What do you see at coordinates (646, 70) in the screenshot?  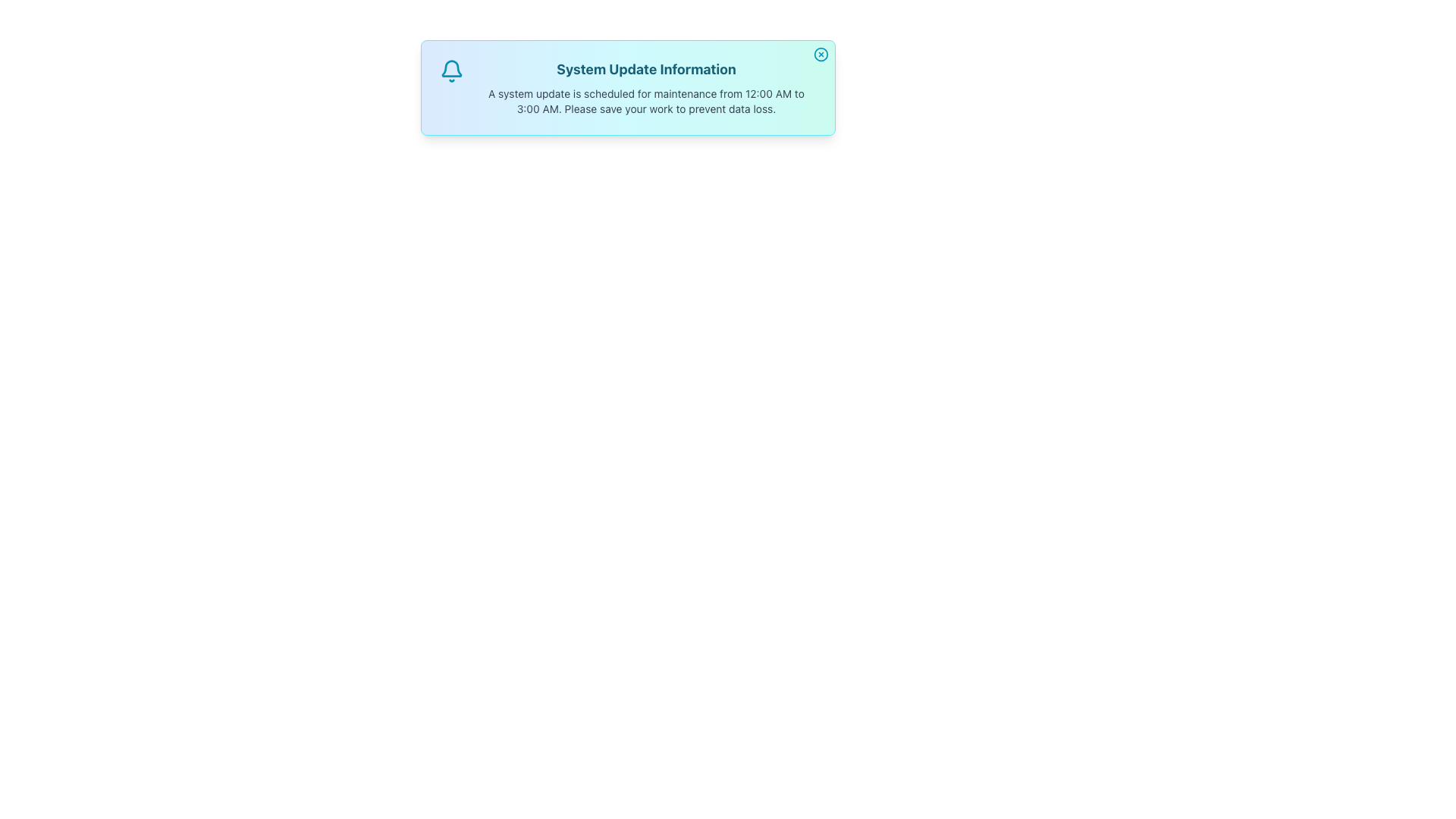 I see `the text label displaying 'System Update Information' in bold, large-sized cyan font, positioned at the top center of the notification box` at bounding box center [646, 70].